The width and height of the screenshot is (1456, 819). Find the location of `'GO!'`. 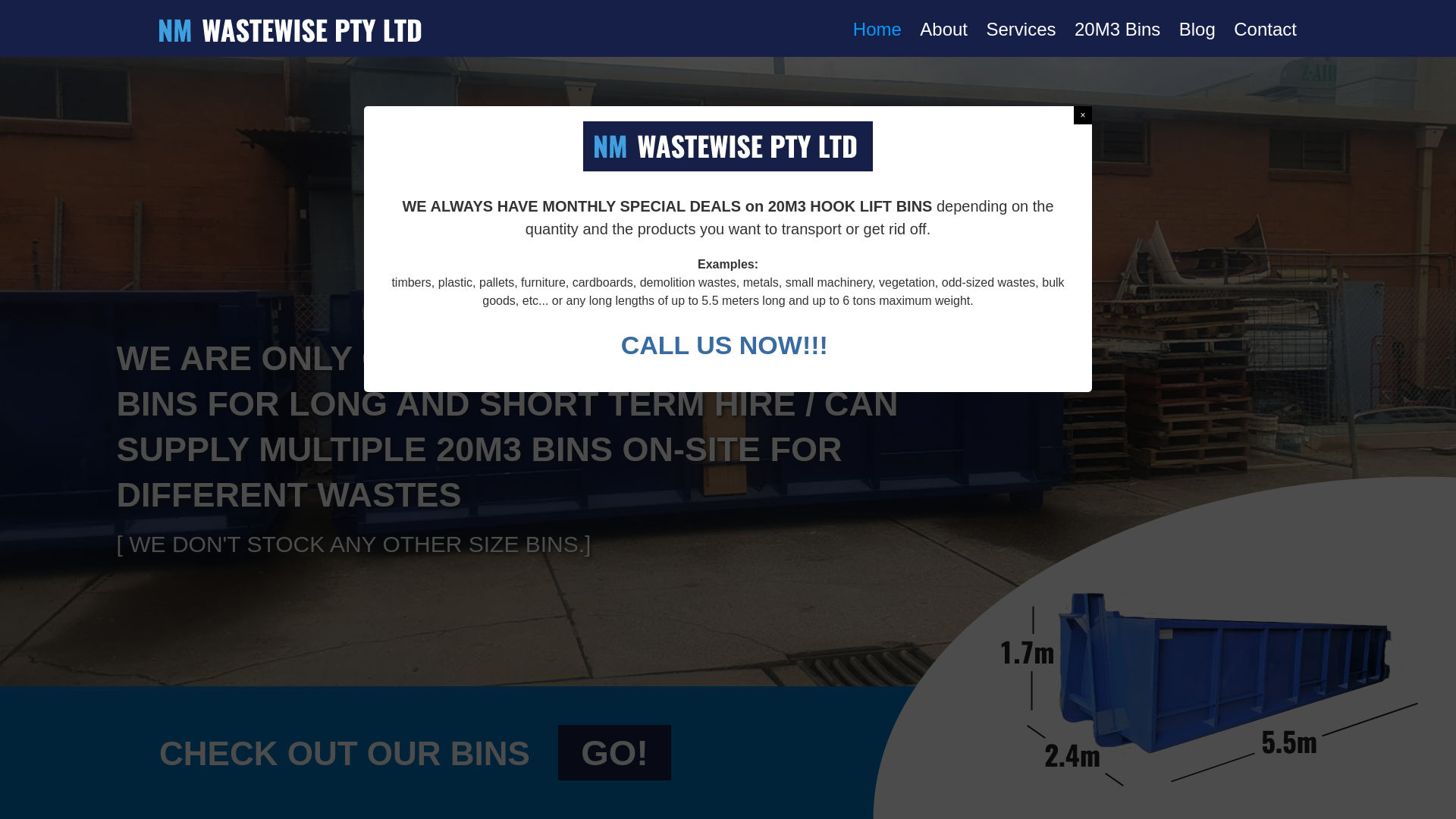

'GO!' is located at coordinates (557, 752).